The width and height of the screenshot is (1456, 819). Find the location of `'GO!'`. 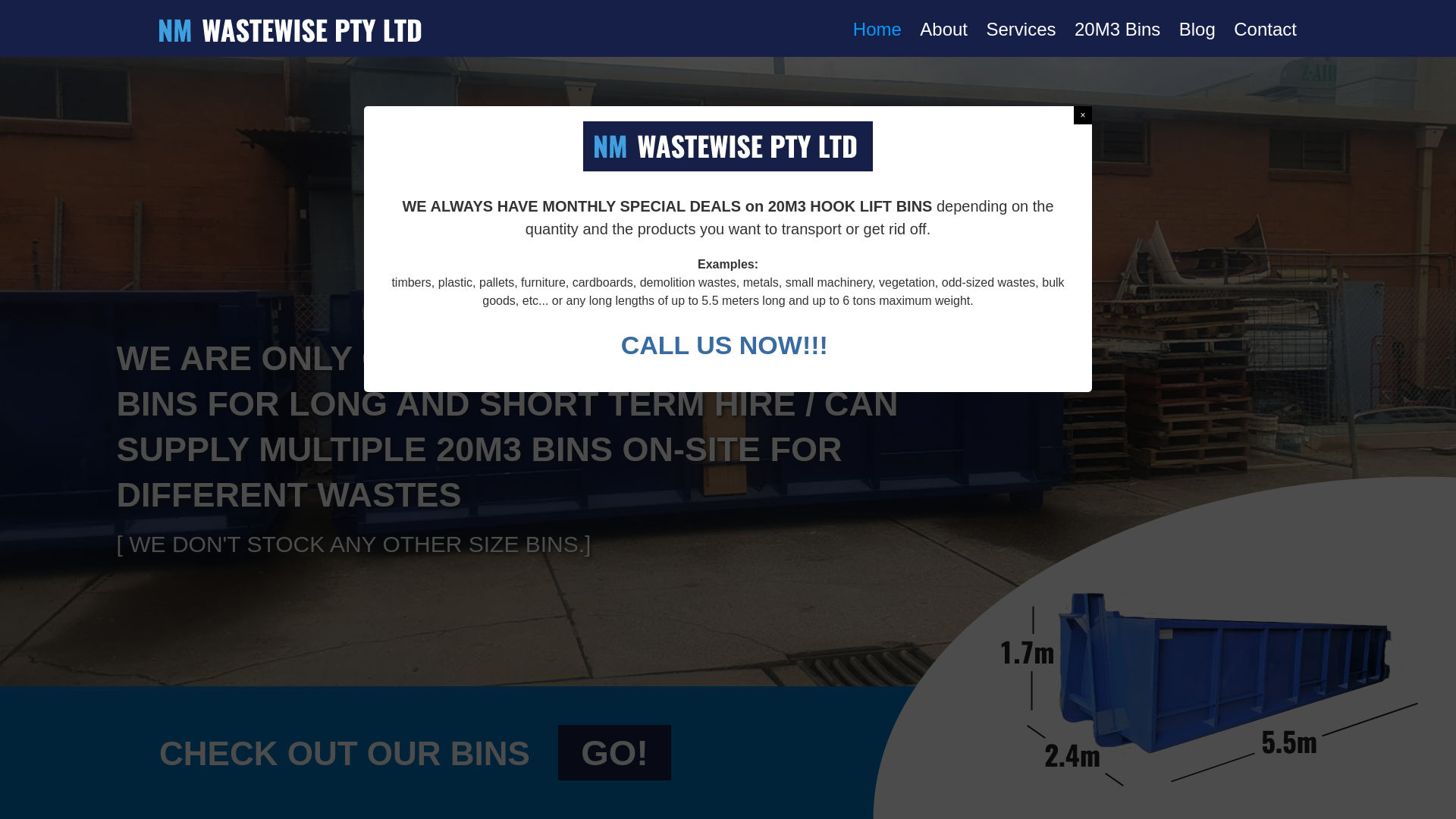

'GO!' is located at coordinates (557, 752).